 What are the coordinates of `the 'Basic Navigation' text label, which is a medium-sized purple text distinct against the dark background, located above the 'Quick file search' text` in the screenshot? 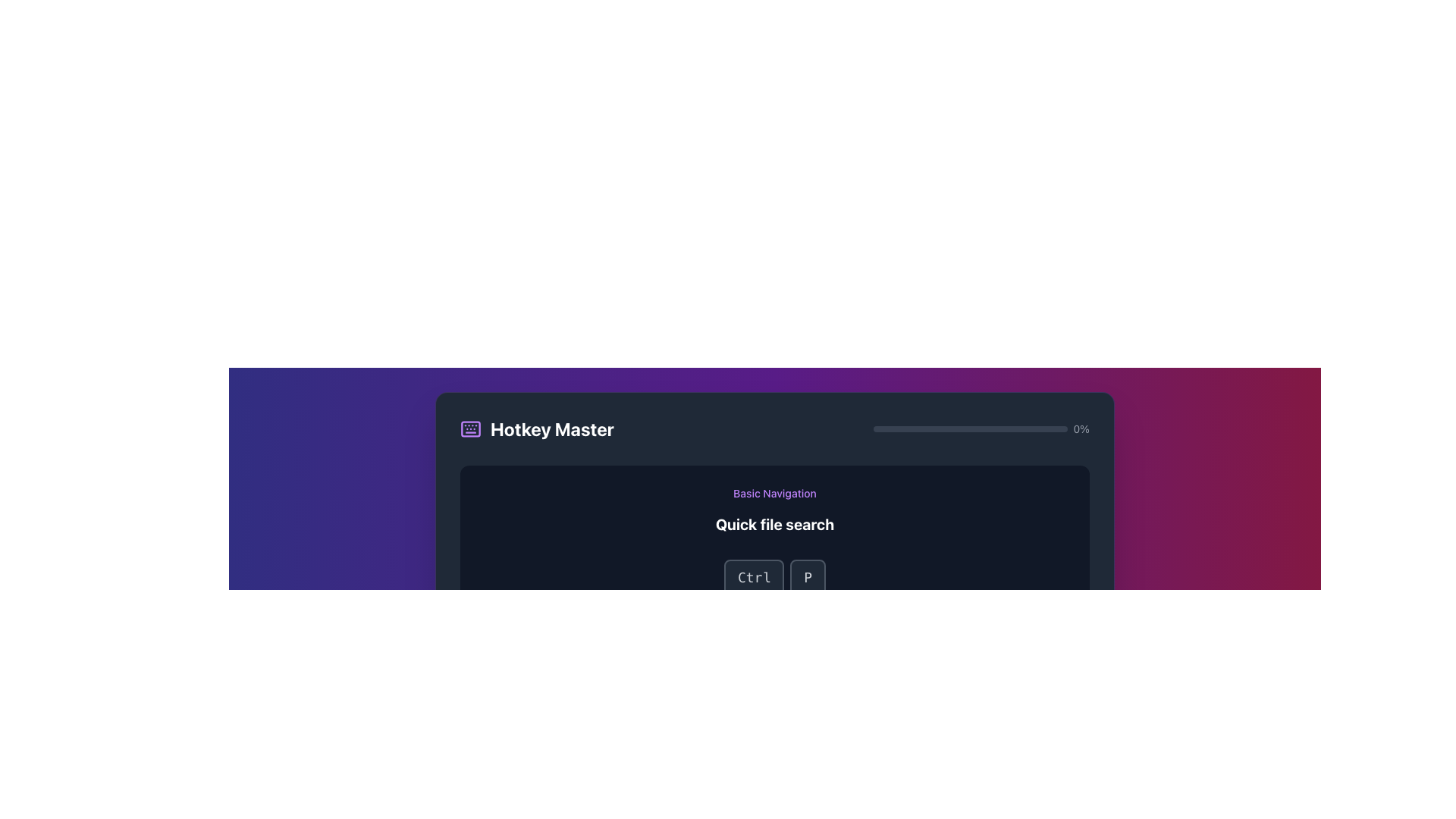 It's located at (775, 493).